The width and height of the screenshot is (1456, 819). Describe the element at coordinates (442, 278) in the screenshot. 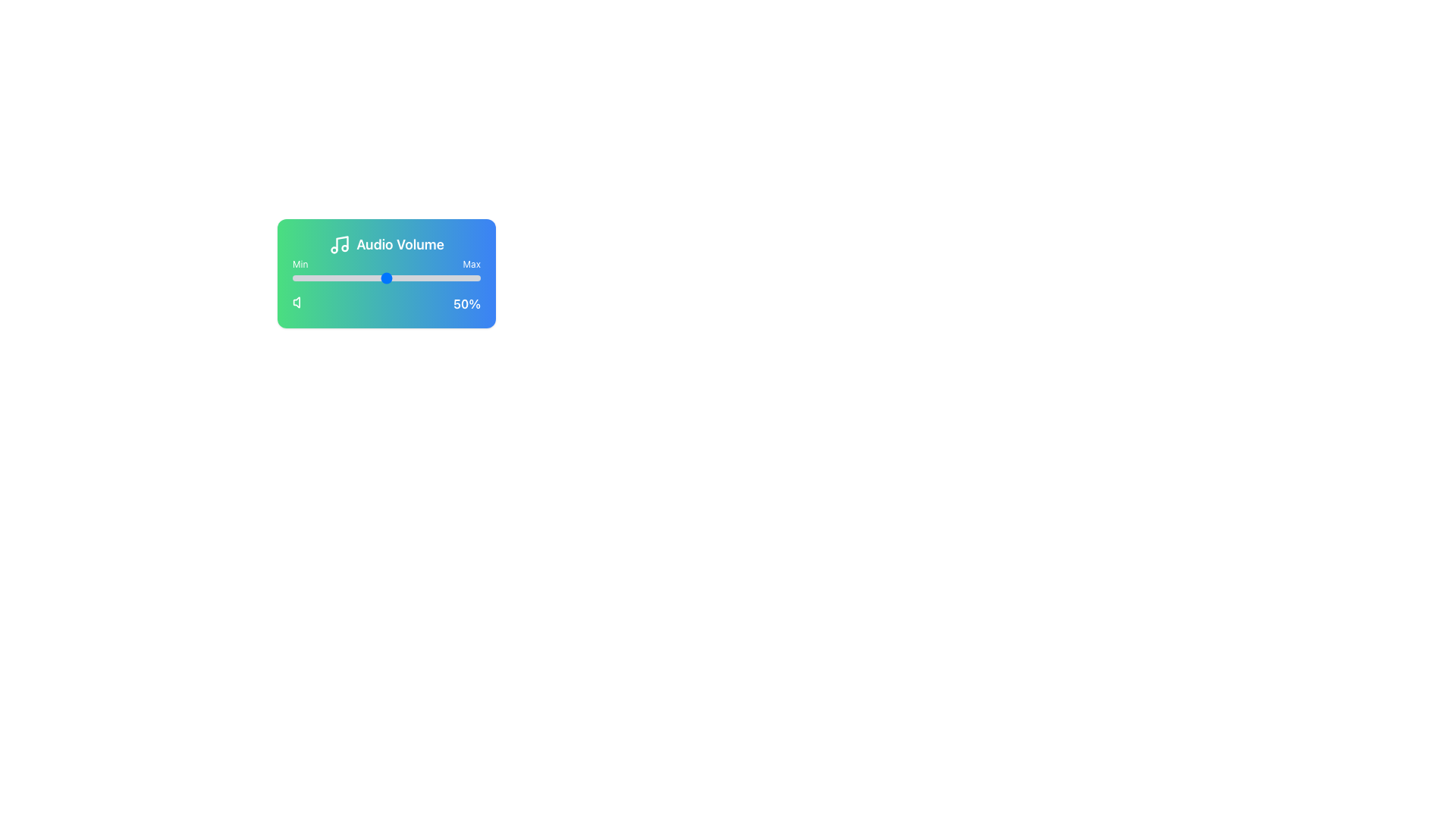

I see `the slider` at that location.